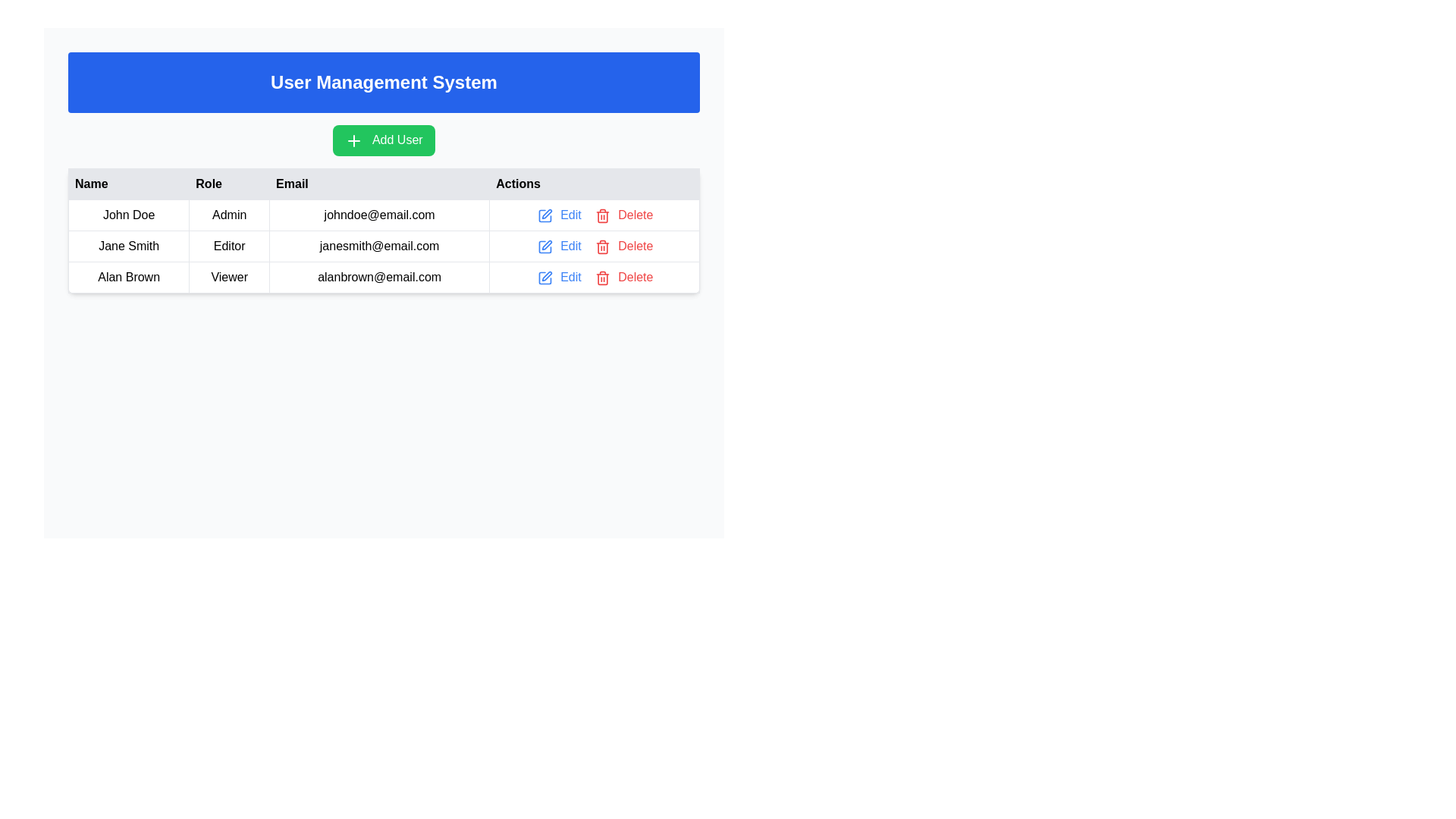  I want to click on the static text label indicating the role of the user 'John Doe' as 'Admin' in the user management table, so click(228, 215).